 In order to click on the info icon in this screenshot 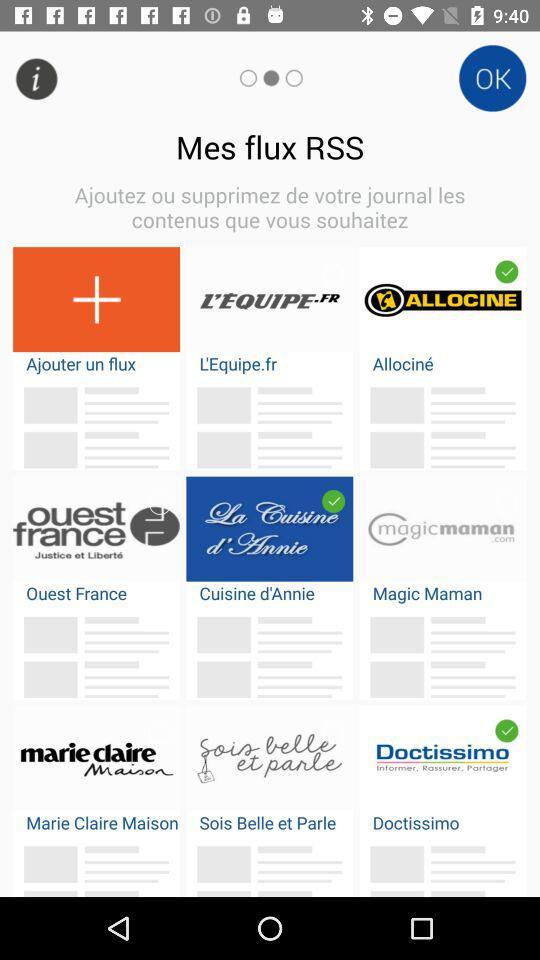, I will do `click(36, 78)`.